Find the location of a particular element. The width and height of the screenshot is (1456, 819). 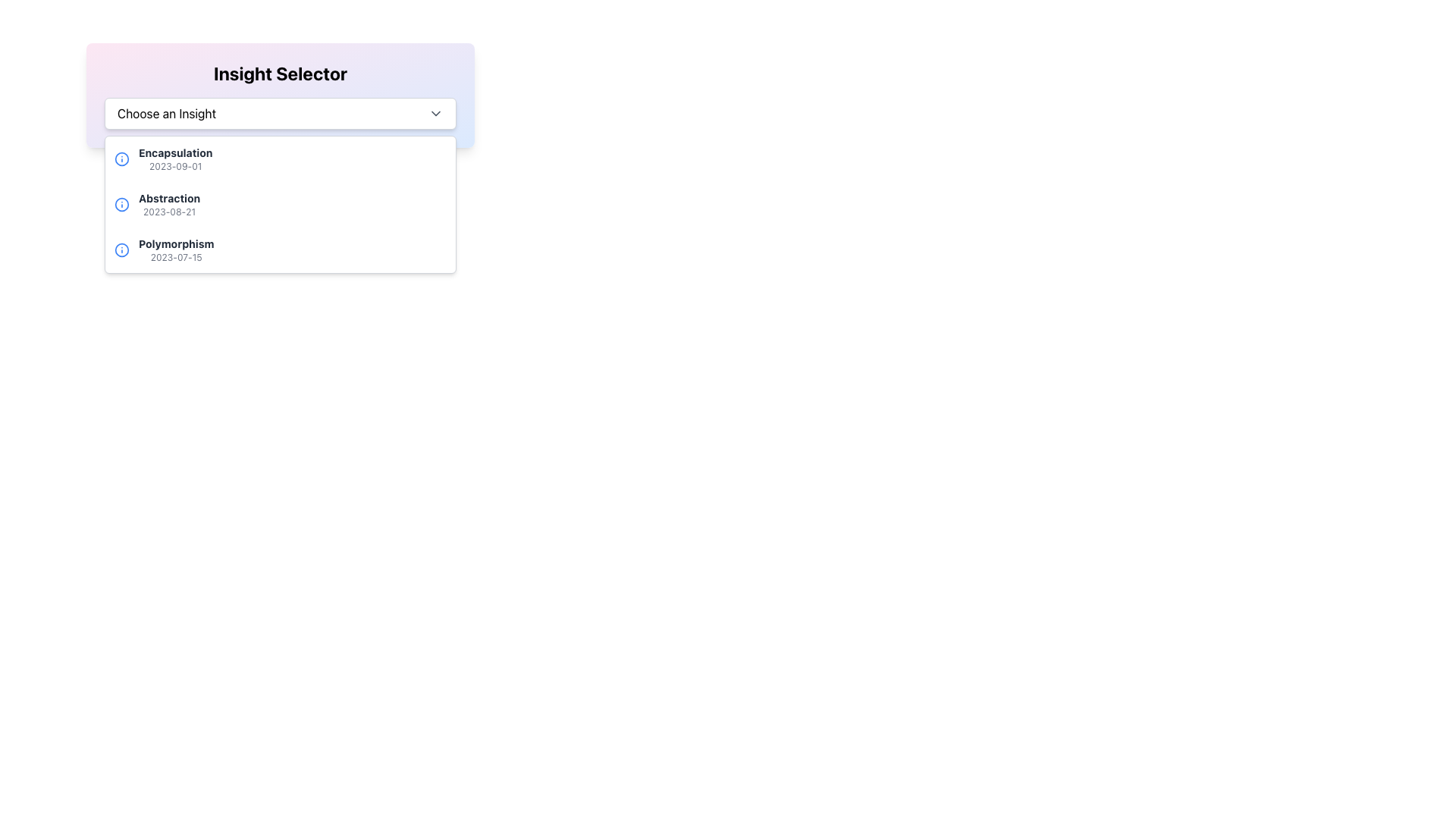

the informational icon located to the left of the list item labeled 'Polymorphism', which is the third item in the vertical list of insights is located at coordinates (122, 249).